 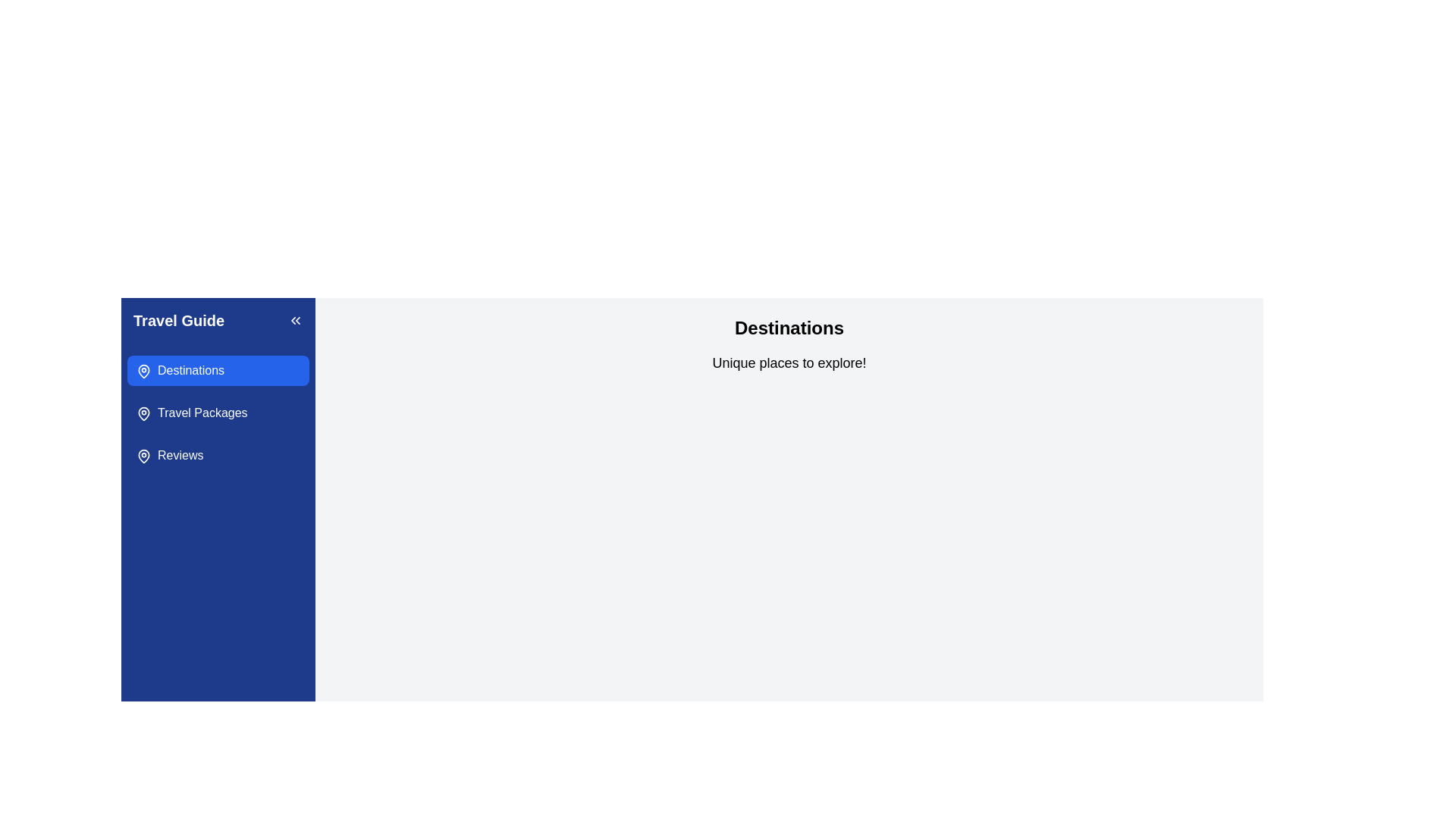 I want to click on the 'Travel Packages' text label, which is styled with a clean sans-serif font in white color against a blue background, so click(x=202, y=413).